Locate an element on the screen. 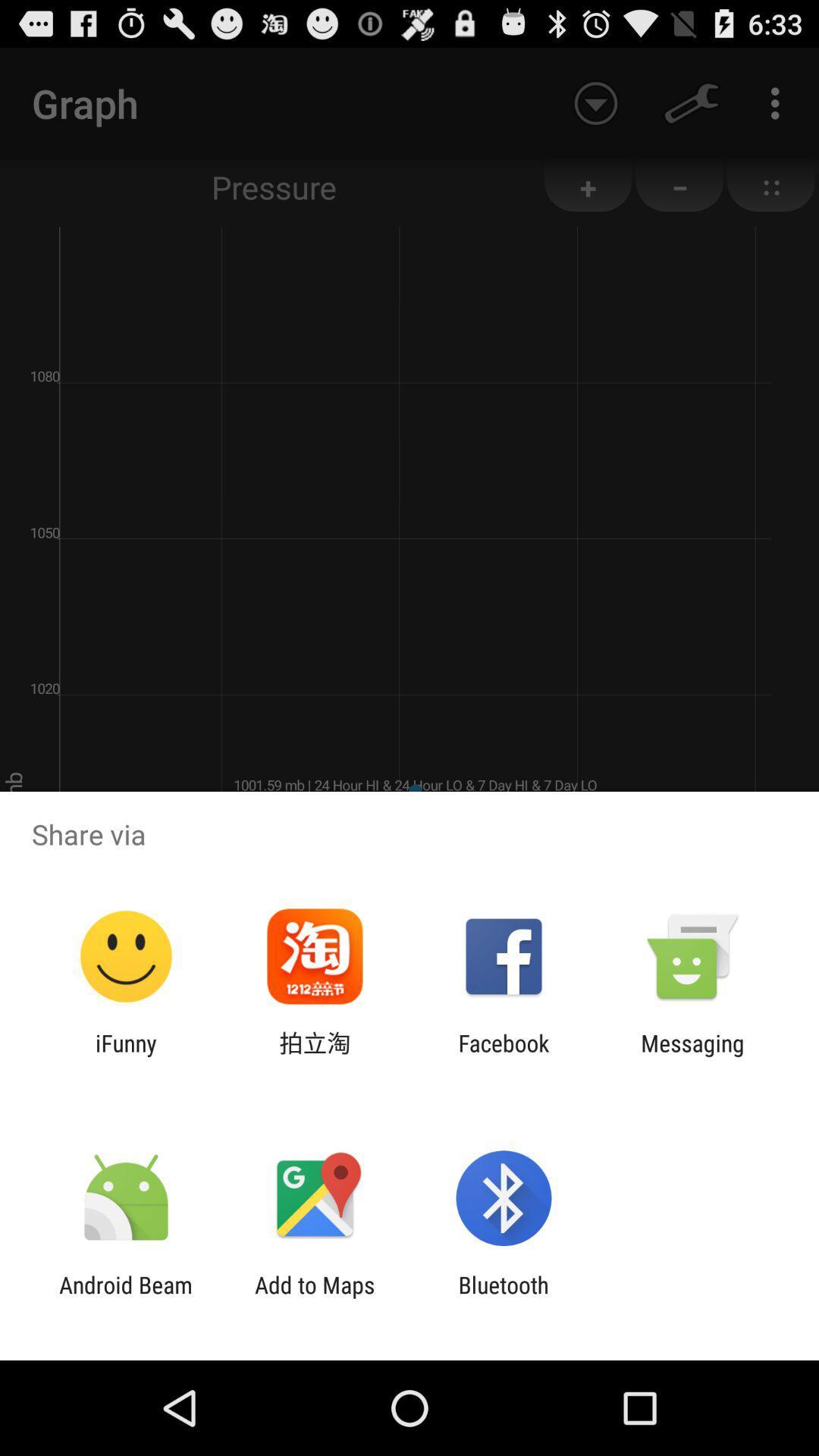 The width and height of the screenshot is (819, 1456). item to the right of ifunny app is located at coordinates (314, 1056).